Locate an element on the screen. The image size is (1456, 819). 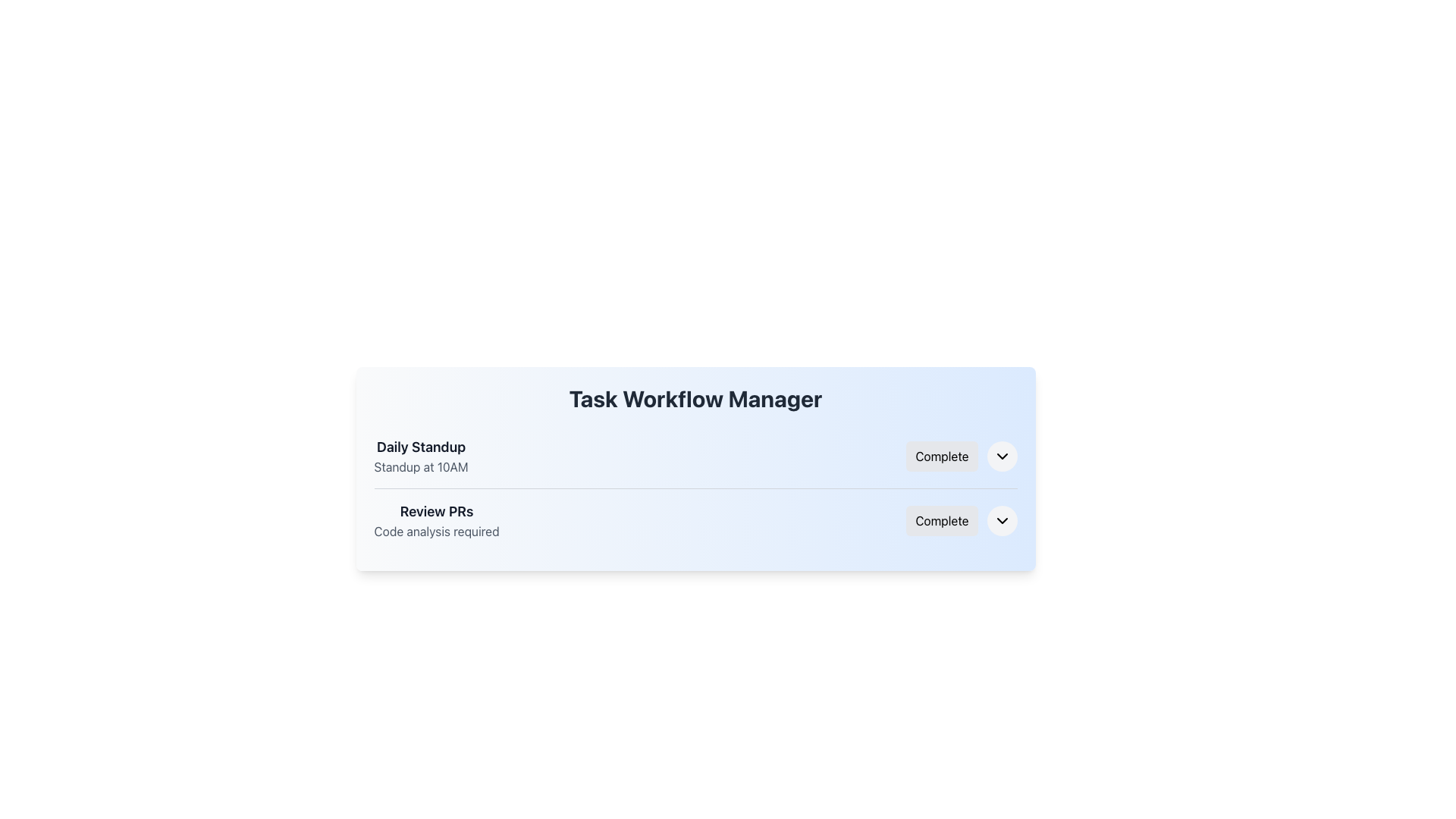
the 'Complete' Dropdown Trigger button, which is a rectangular button with a light gray background and a downward-pointing chevron icon is located at coordinates (961, 455).